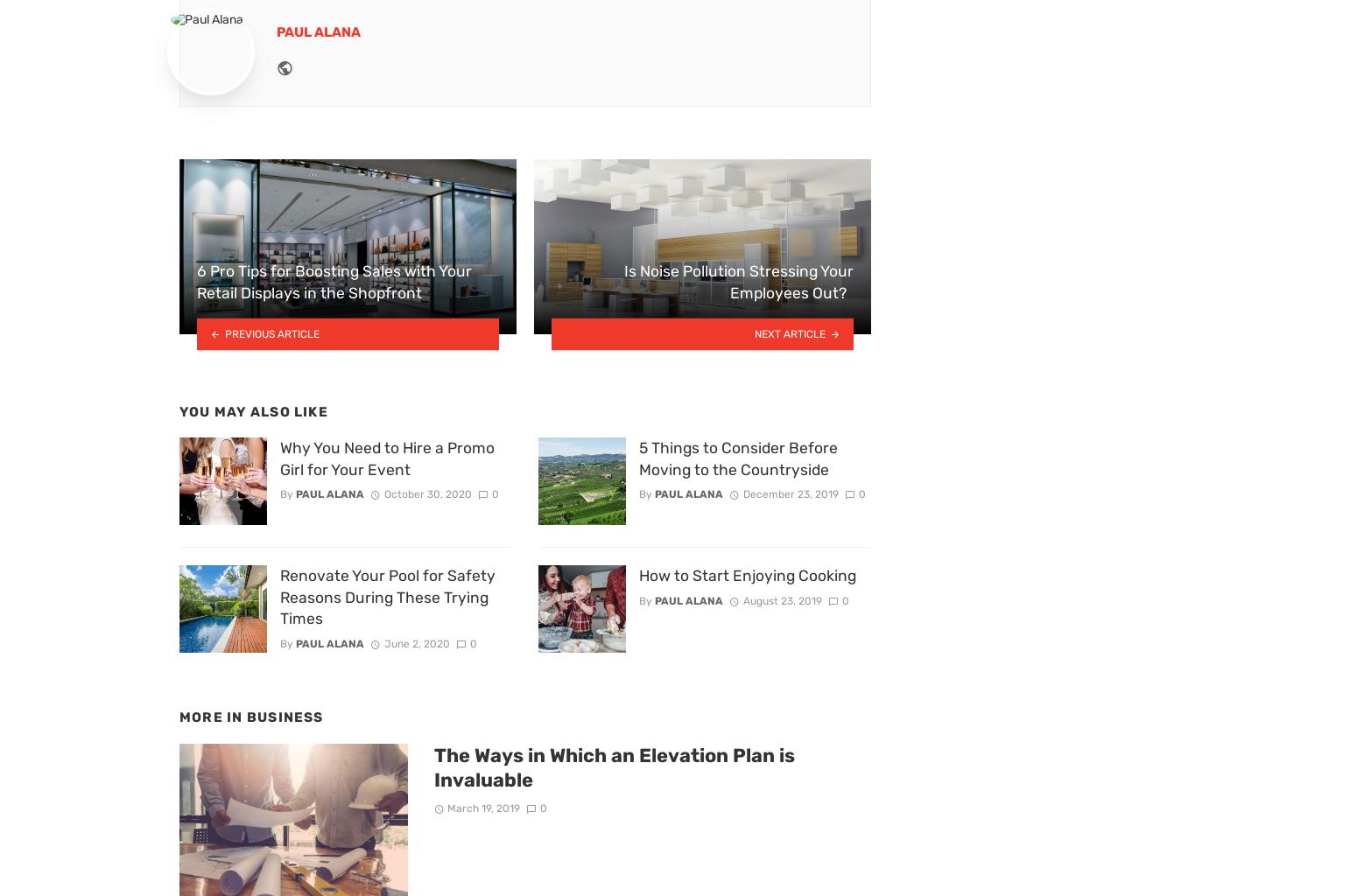 The image size is (1357, 896). I want to click on 'The Ways in Which an Elevation Plan is Invaluable', so click(614, 766).